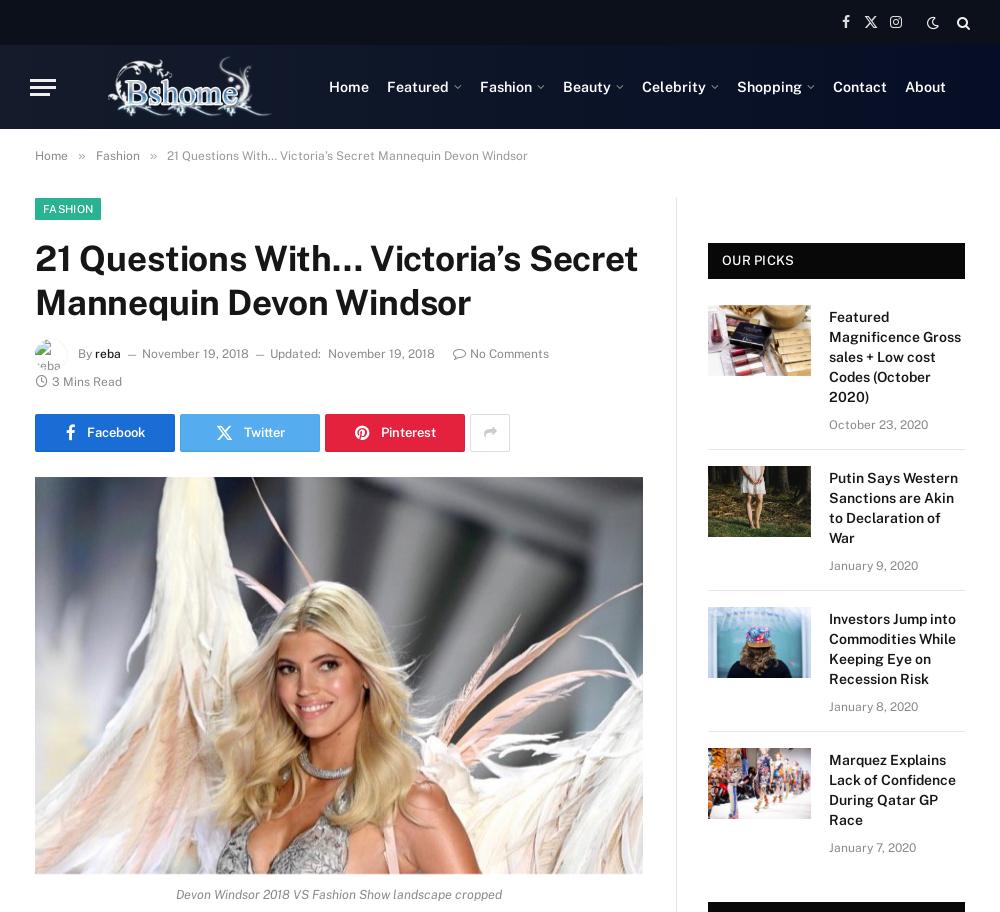 The image size is (1000, 912). Describe the element at coordinates (888, 309) in the screenshot. I see `'Nicki Minaj Makes for Vogue’s Shock and ‘Beautiful’ December 2023 Cowl Star'` at that location.